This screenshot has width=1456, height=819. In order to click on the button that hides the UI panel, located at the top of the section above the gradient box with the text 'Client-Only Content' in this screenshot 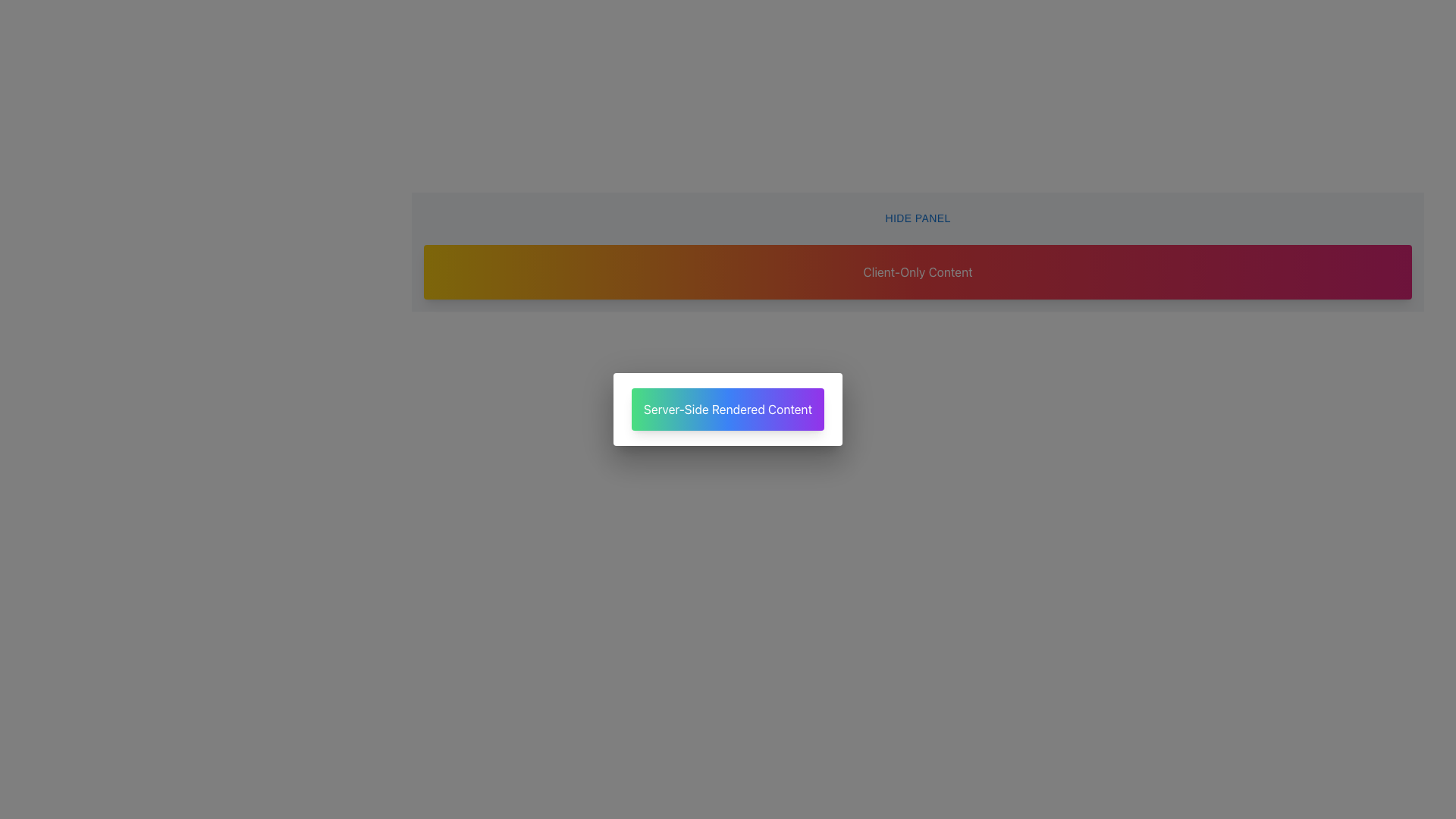, I will do `click(917, 218)`.